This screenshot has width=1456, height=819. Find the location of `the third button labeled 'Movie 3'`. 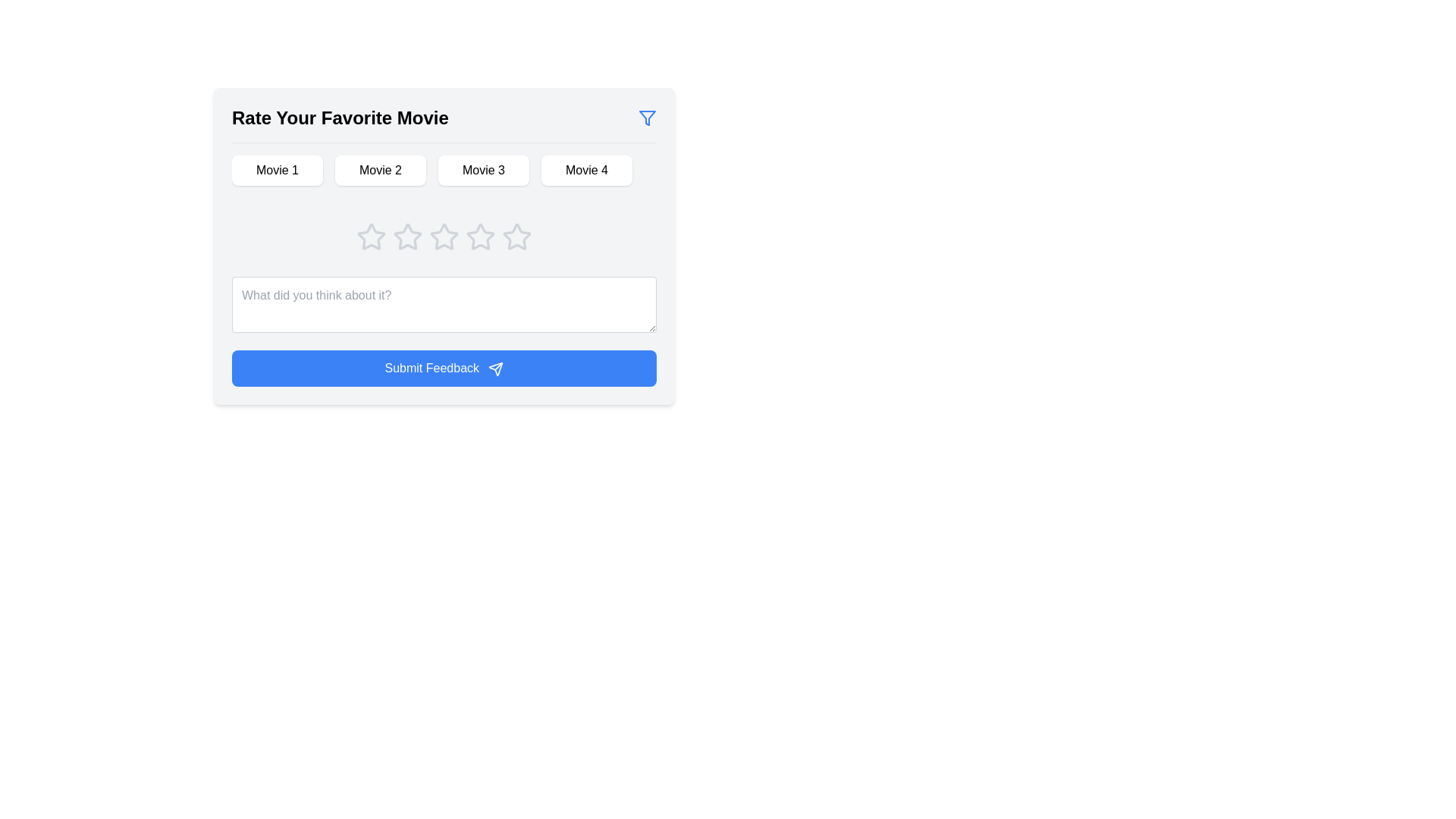

the third button labeled 'Movie 3' is located at coordinates (483, 170).